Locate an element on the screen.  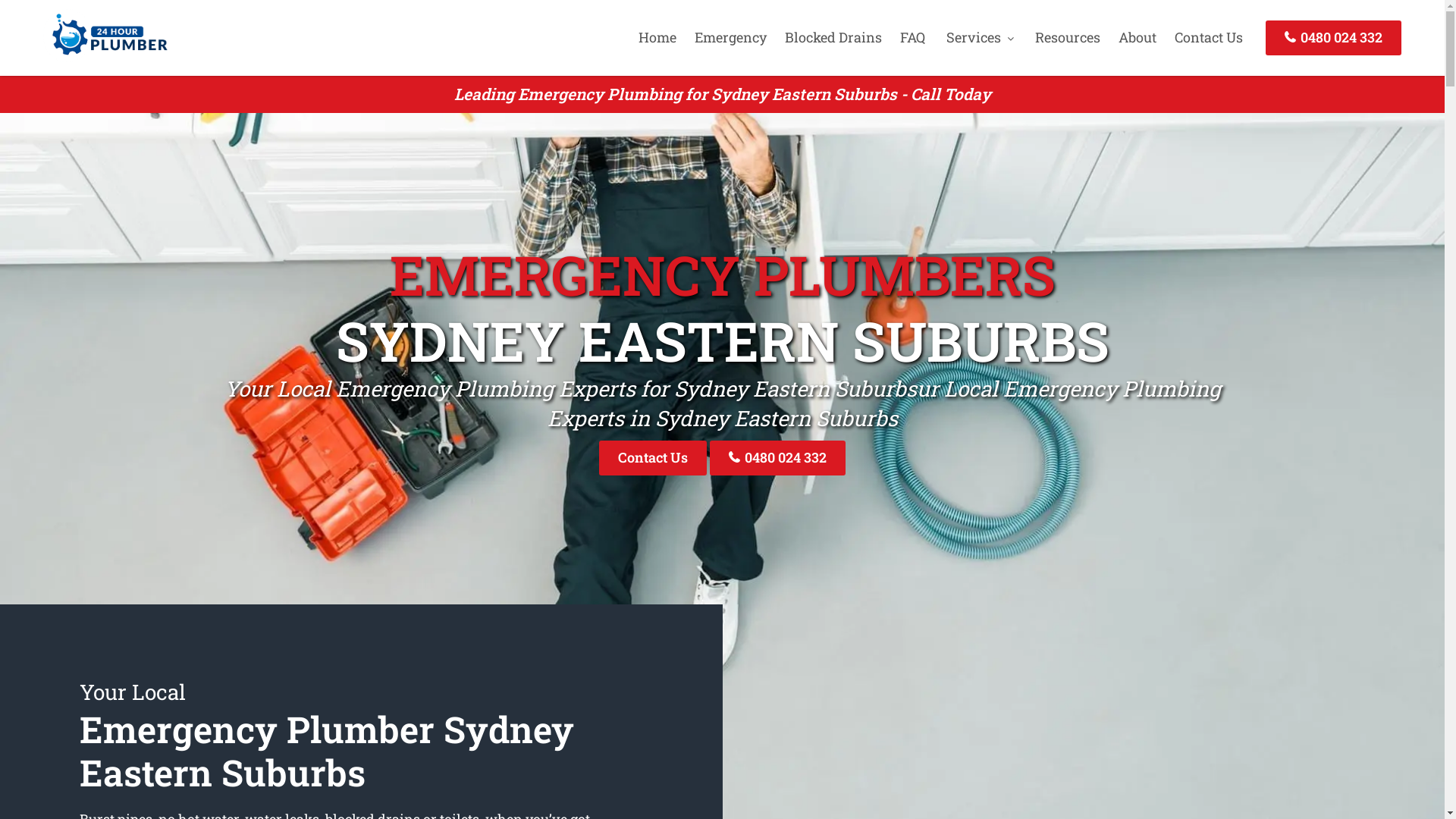
'0480 024 332' is located at coordinates (1266, 36).